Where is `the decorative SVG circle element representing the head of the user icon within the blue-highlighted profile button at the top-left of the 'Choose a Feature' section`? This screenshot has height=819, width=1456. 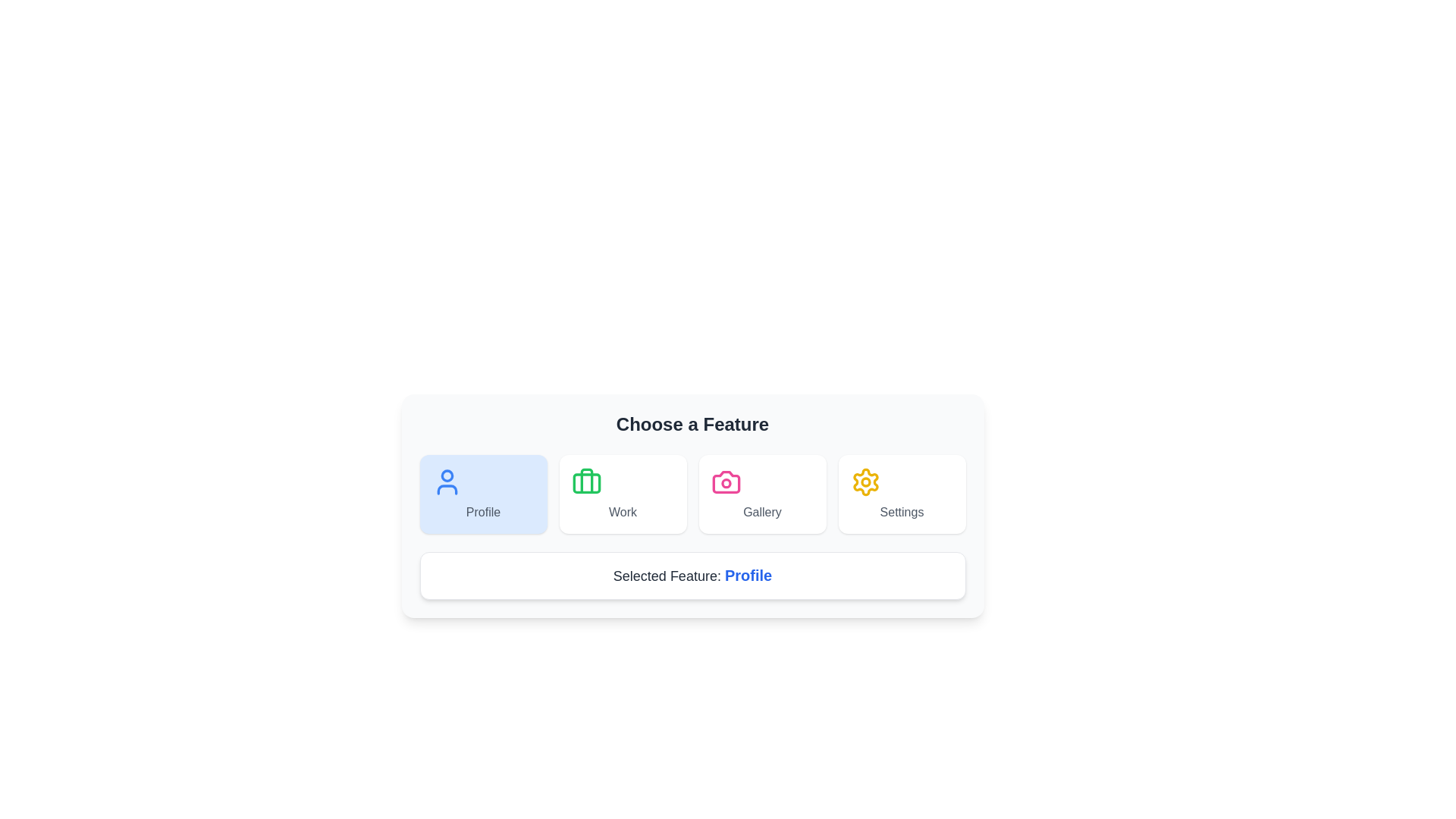
the decorative SVG circle element representing the head of the user icon within the blue-highlighted profile button at the top-left of the 'Choose a Feature' section is located at coordinates (446, 475).